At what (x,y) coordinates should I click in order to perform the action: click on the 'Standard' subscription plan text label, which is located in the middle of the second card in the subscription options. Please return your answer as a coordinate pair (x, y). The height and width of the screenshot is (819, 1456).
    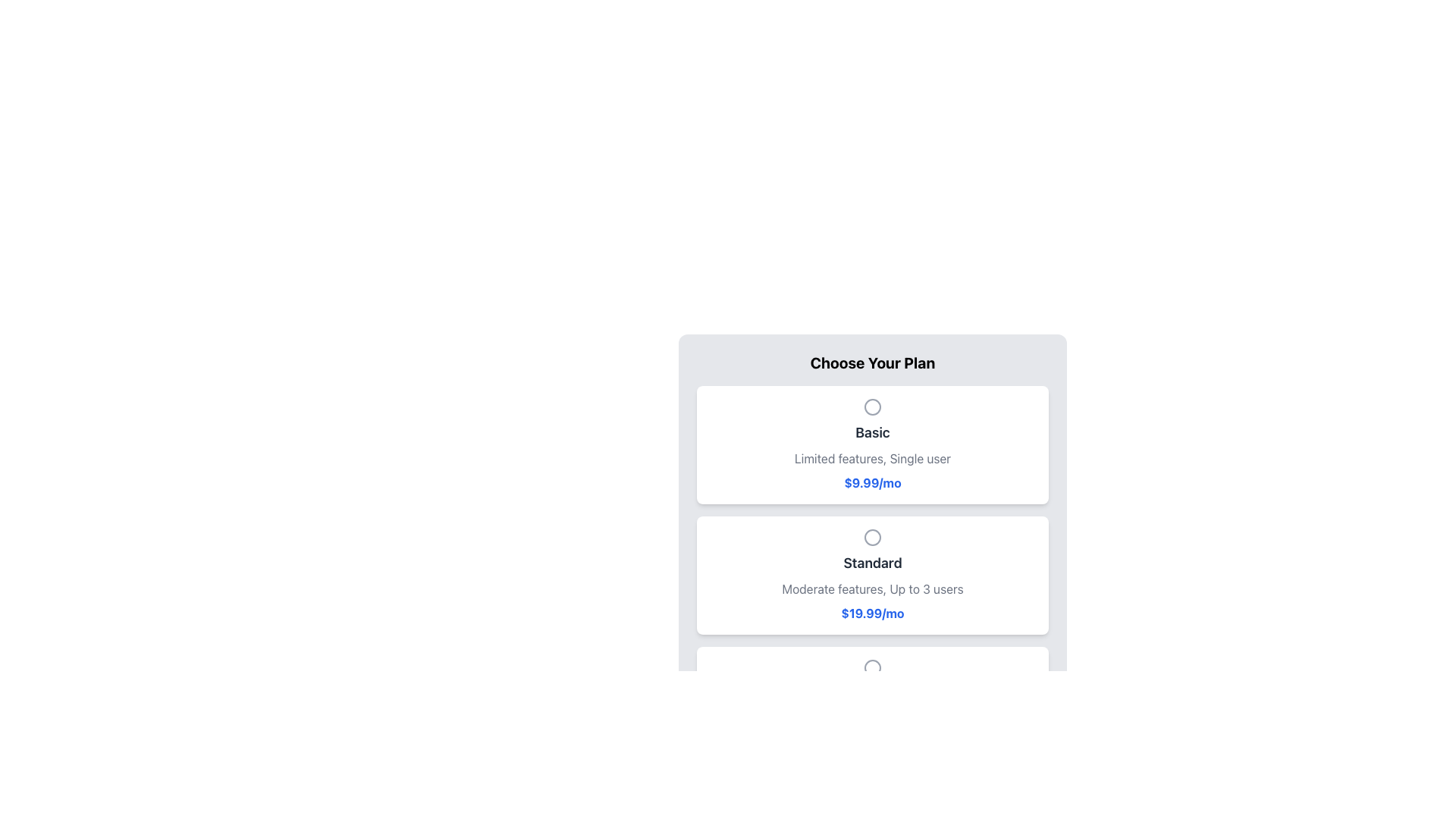
    Looking at the image, I should click on (873, 563).